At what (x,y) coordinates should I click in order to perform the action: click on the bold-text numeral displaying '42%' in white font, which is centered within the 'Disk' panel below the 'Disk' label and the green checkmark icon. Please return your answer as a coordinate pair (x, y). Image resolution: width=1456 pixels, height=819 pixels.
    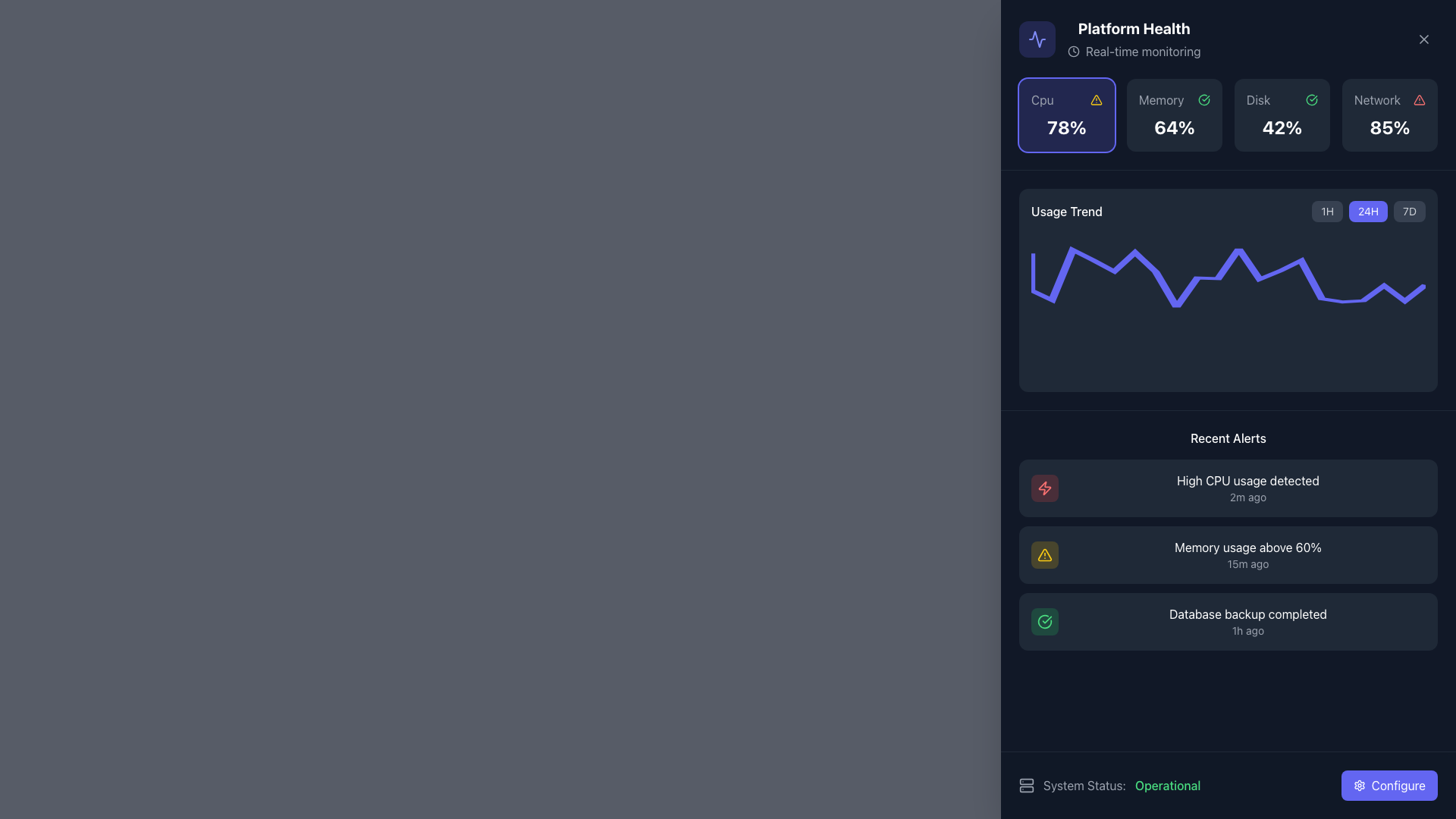
    Looking at the image, I should click on (1281, 127).